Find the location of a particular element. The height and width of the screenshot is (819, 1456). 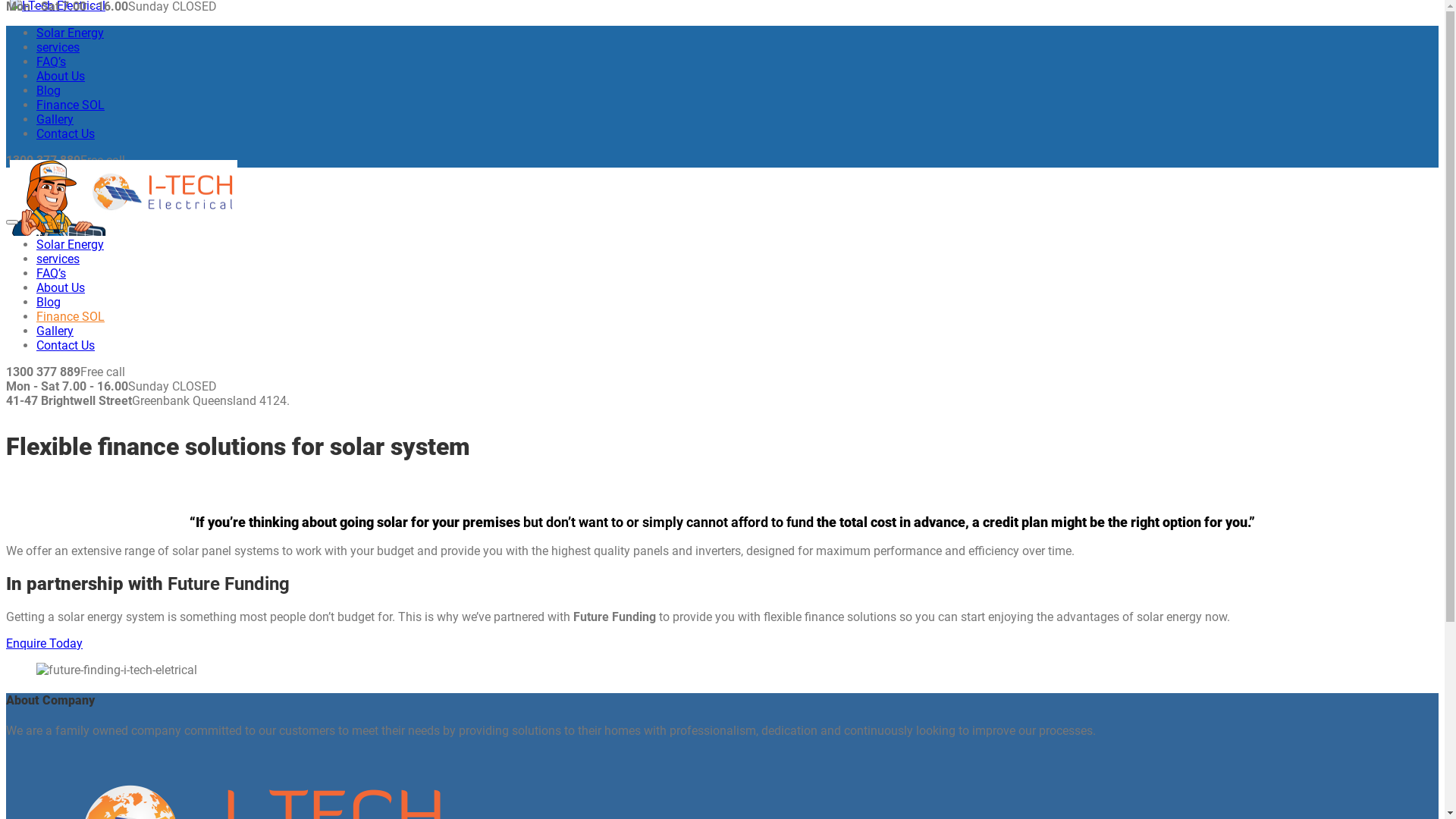

'Solar Energy' is located at coordinates (69, 33).